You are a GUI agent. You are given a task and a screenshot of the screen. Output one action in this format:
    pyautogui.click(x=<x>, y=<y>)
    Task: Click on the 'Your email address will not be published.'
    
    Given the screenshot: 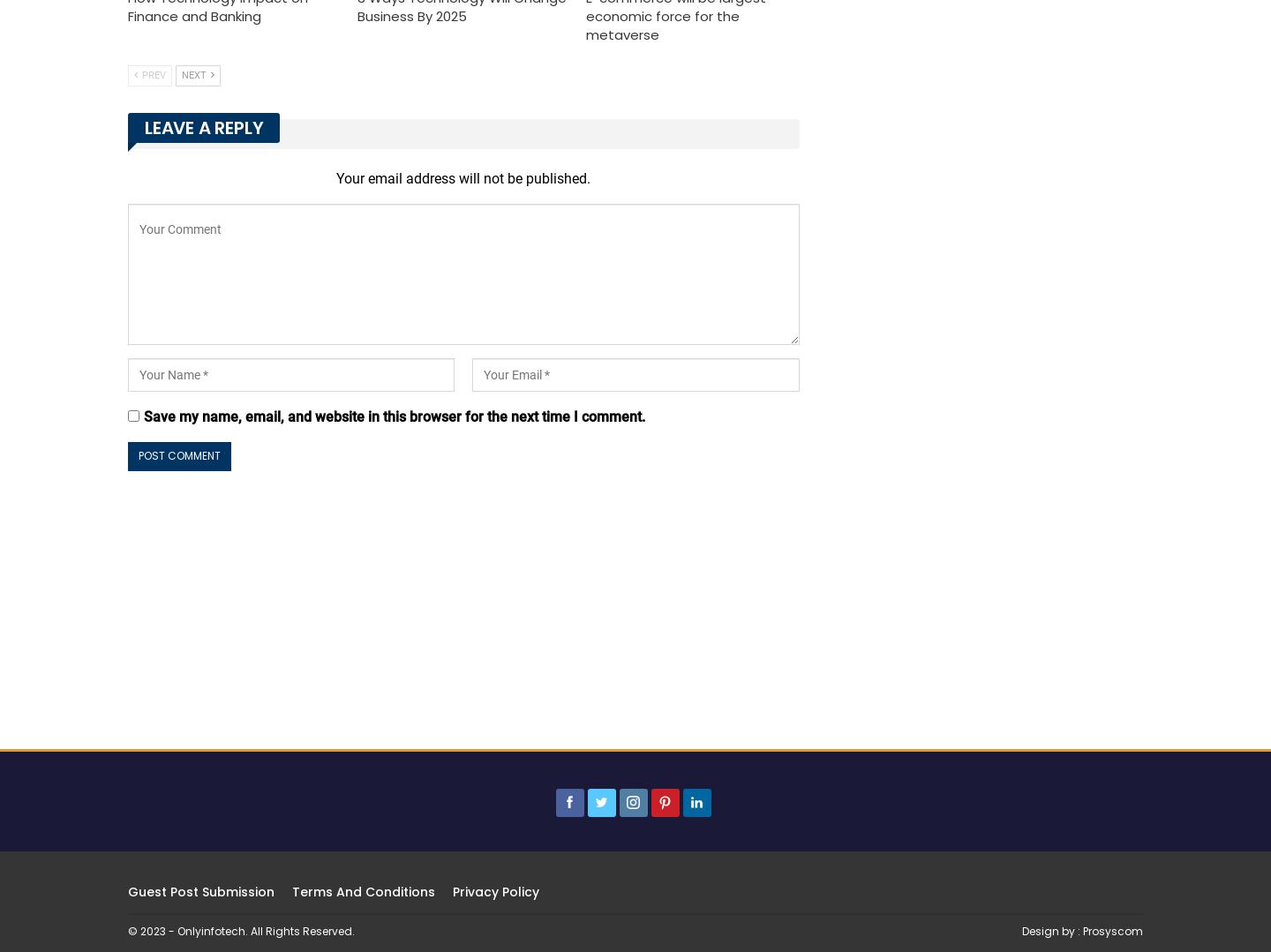 What is the action you would take?
    pyautogui.click(x=335, y=177)
    